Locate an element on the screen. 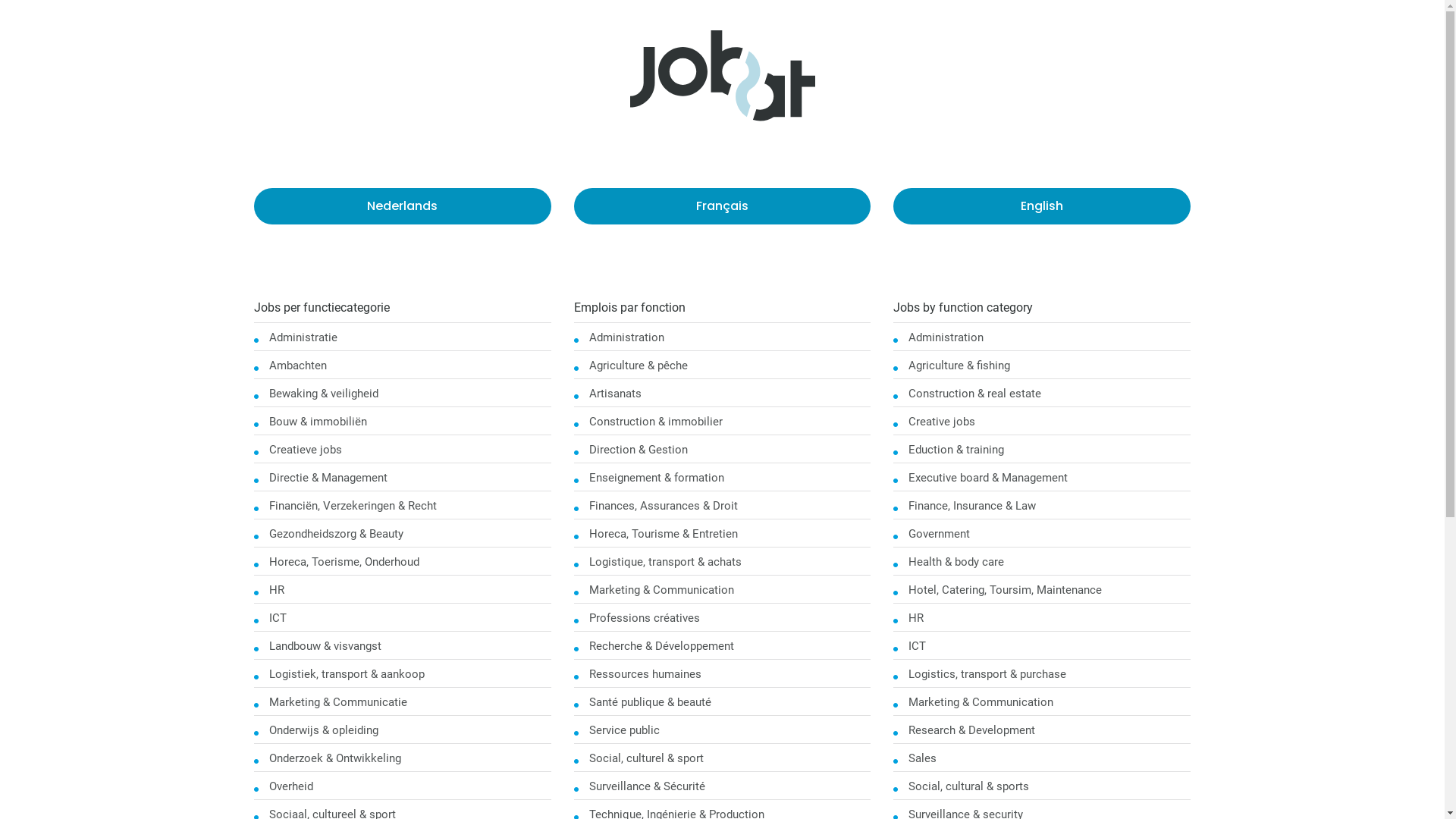  'Directie & Management' is located at coordinates (327, 476).